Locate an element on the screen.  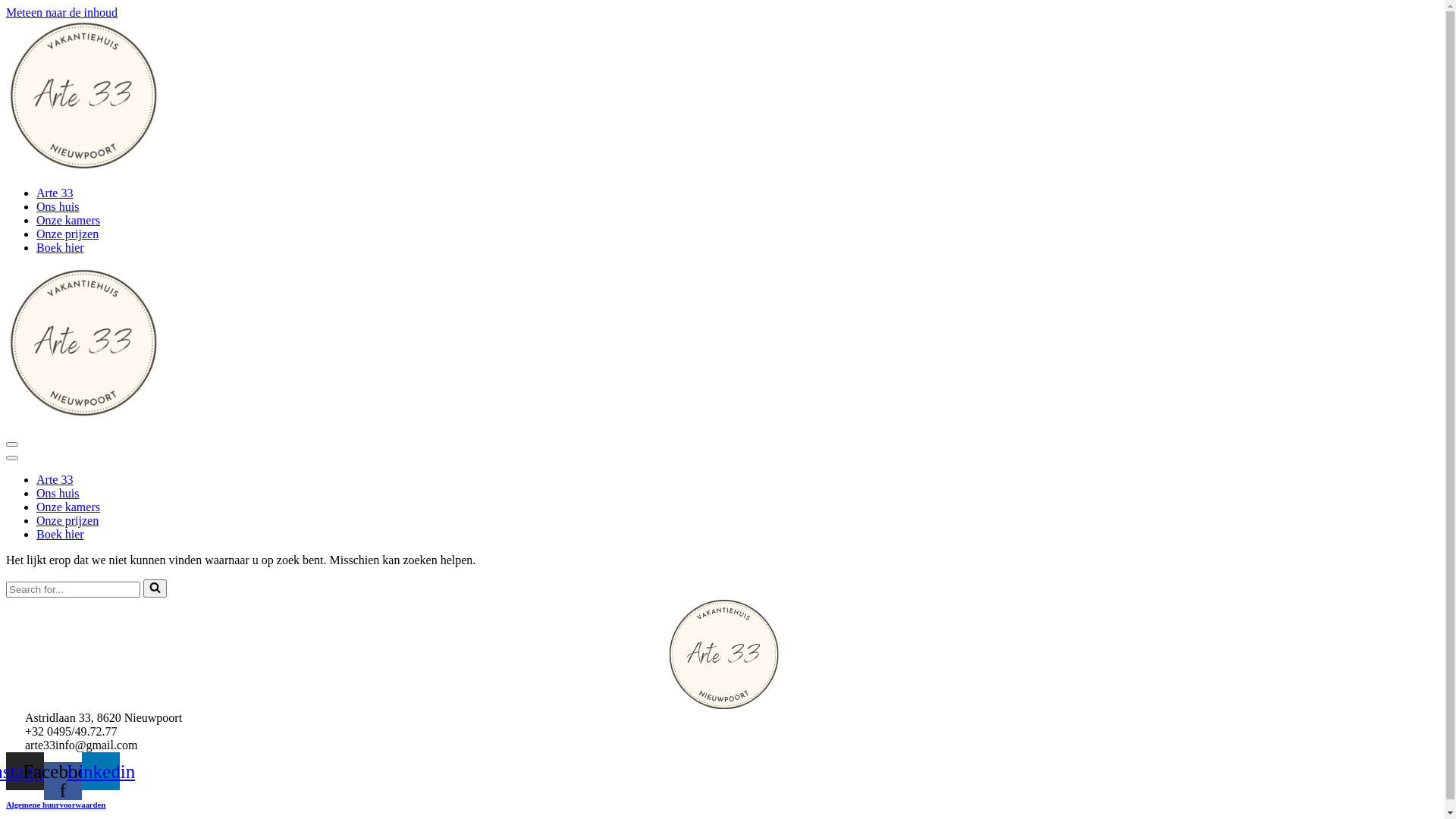
'Navigatie Menu' is located at coordinates (11, 444).